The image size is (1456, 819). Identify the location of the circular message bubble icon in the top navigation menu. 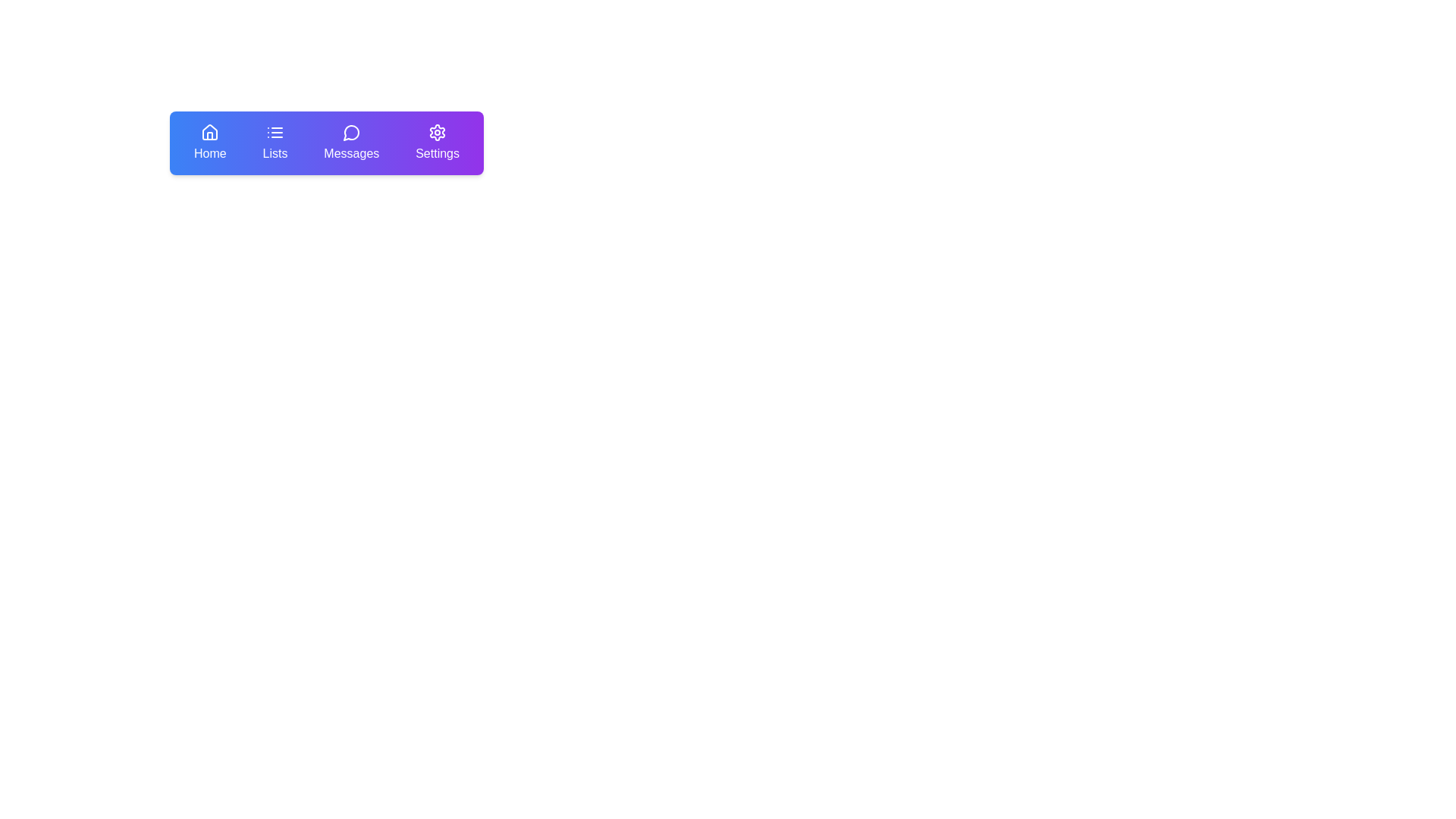
(350, 131).